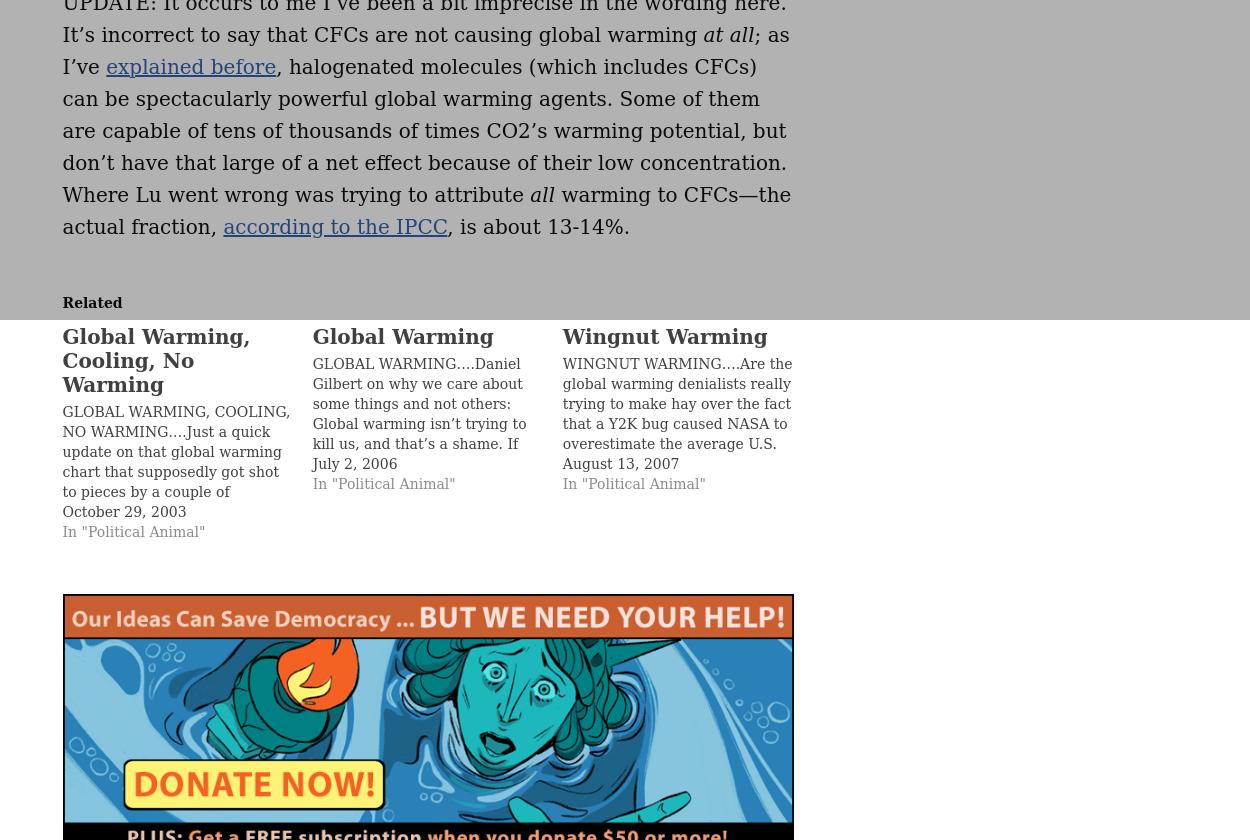  I want to click on 'at all', so click(727, 35).